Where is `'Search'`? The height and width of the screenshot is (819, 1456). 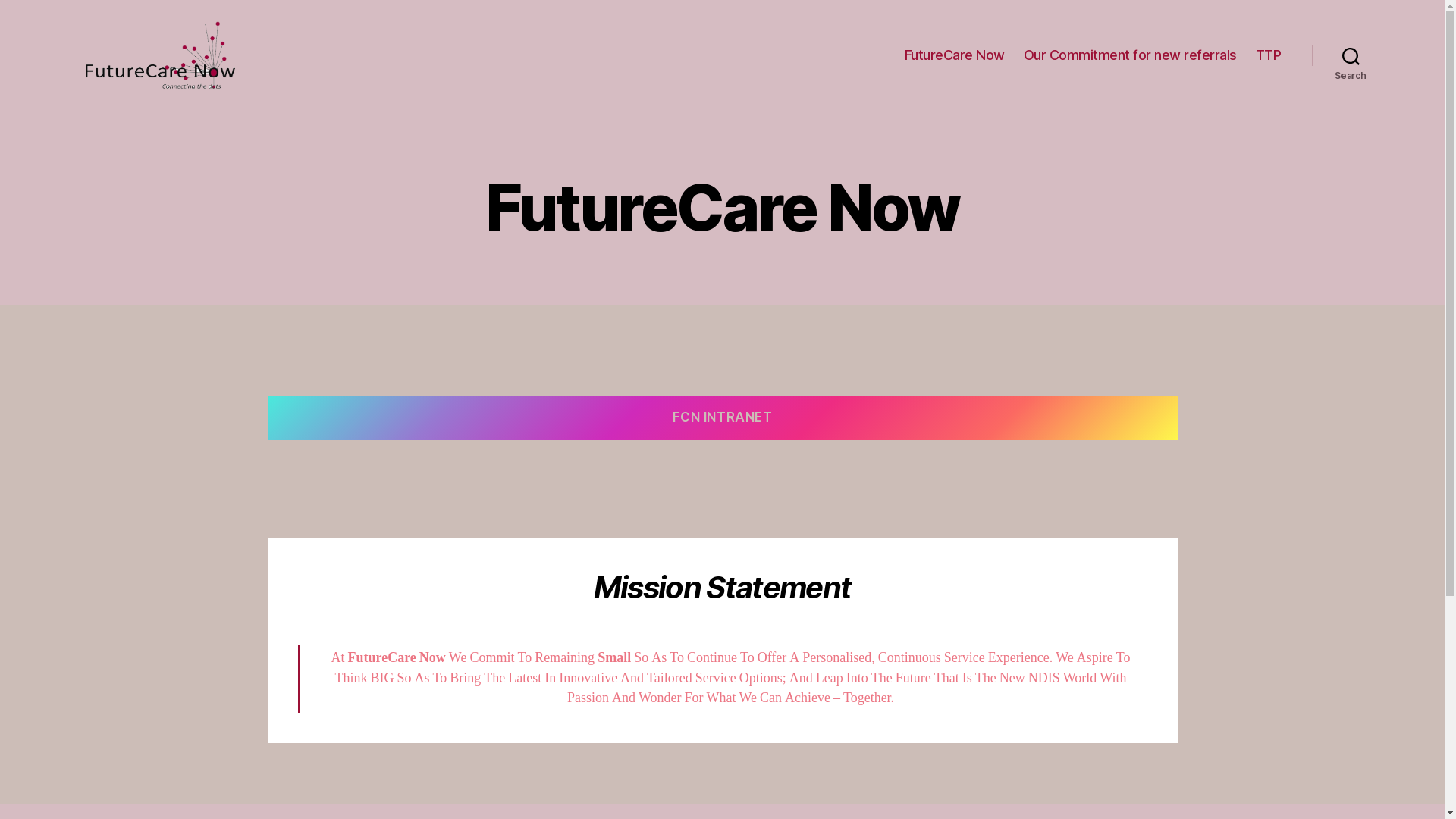 'Search' is located at coordinates (1351, 55).